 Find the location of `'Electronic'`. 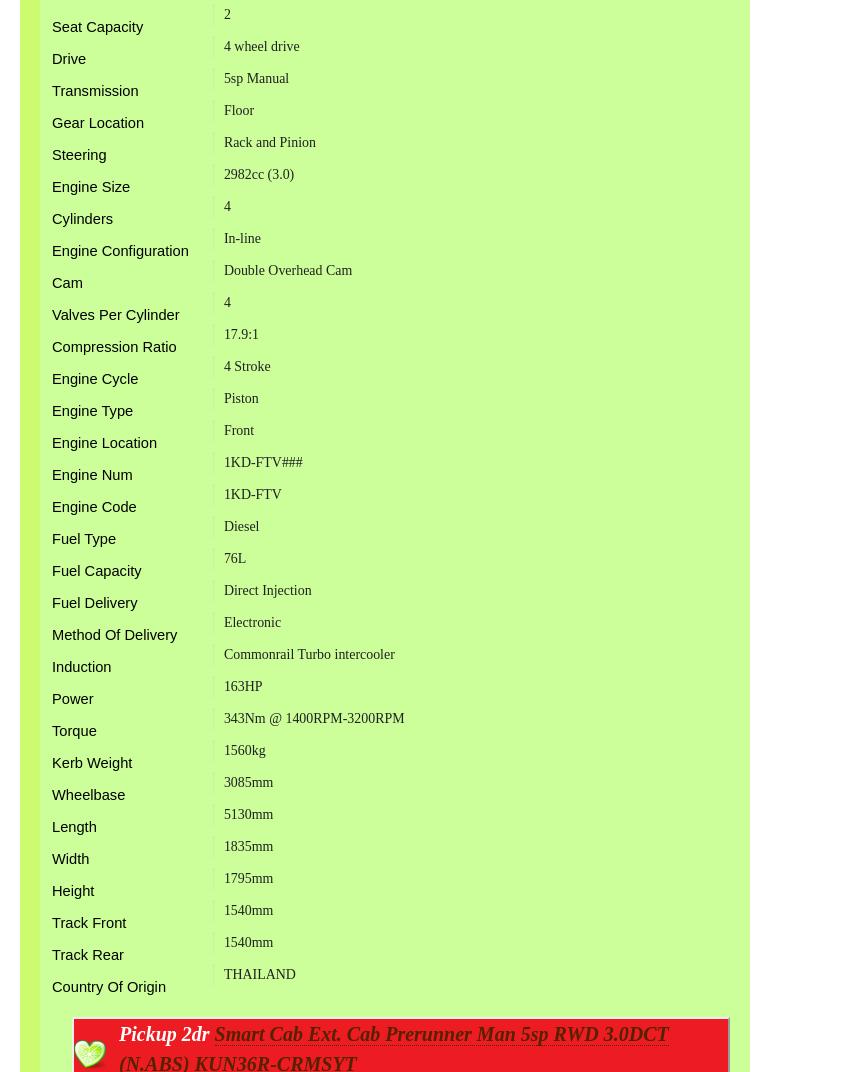

'Electronic' is located at coordinates (250, 621).